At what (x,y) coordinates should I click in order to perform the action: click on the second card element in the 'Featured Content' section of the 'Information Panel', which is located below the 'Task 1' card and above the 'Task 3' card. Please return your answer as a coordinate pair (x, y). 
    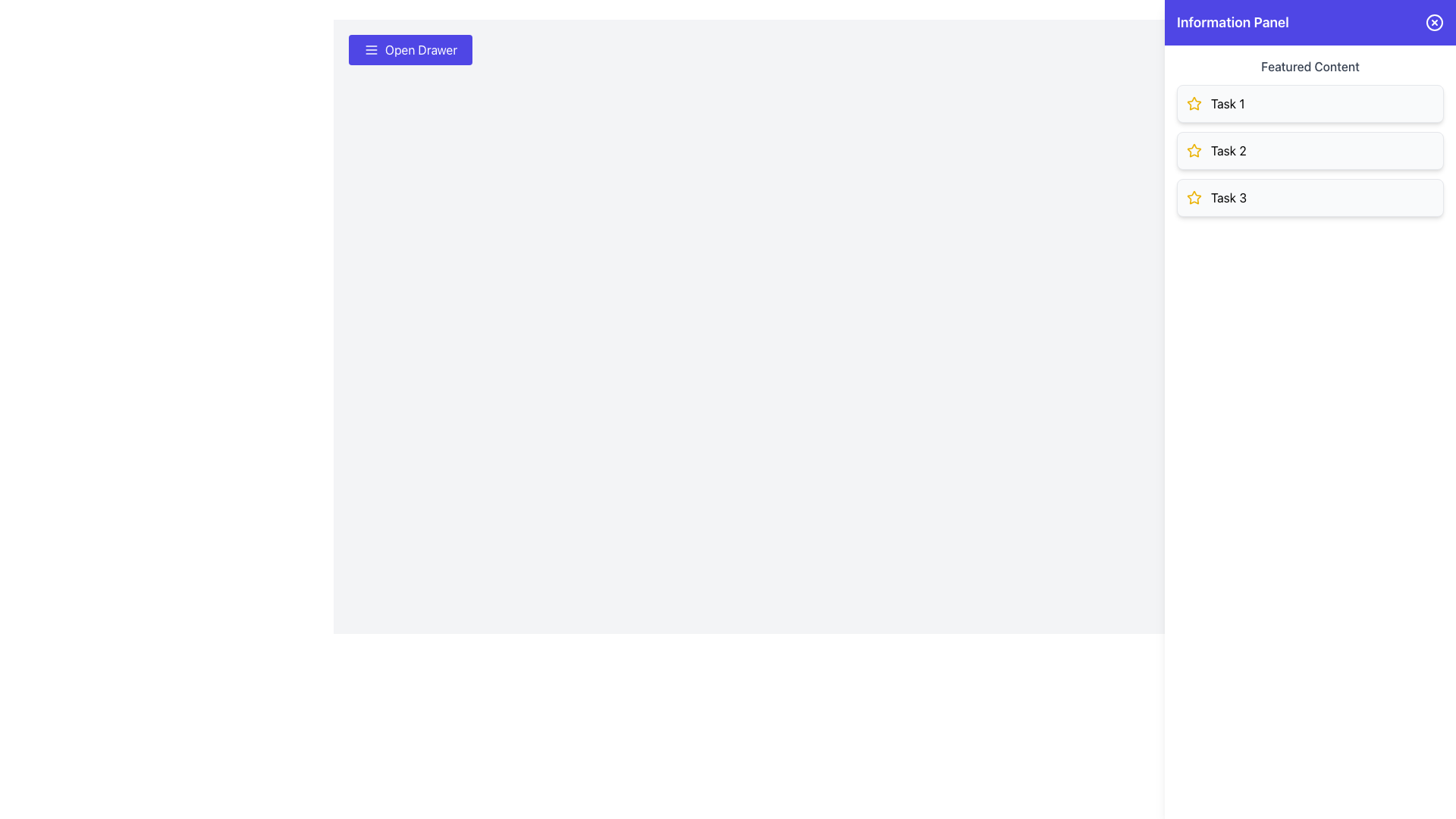
    Looking at the image, I should click on (1310, 151).